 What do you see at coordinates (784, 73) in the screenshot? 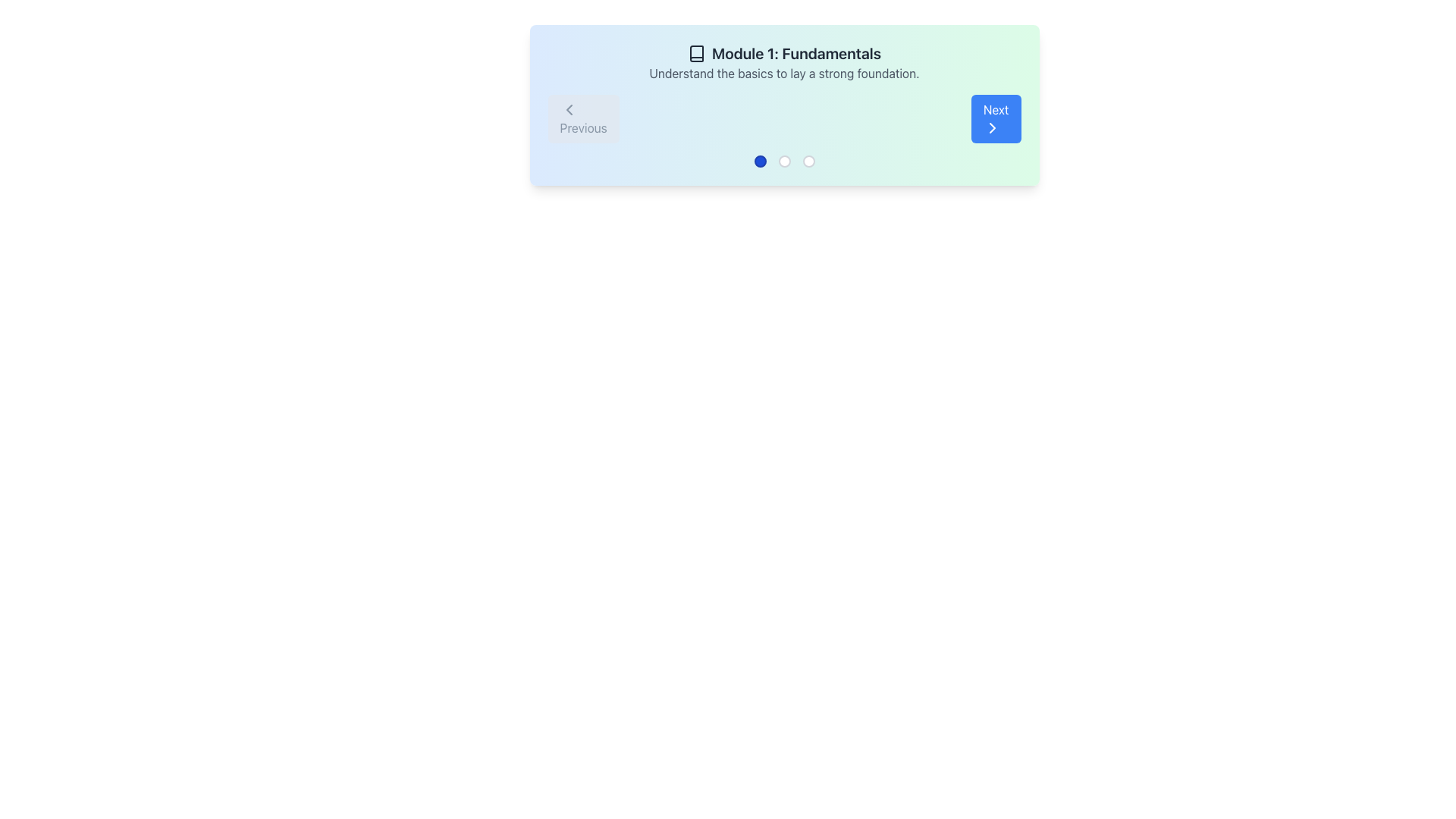
I see `the static text element that reads 'Understand the basics to lay a strong foundation.' which is positioned directly below the header 'Module 1: Fundamentals.'` at bounding box center [784, 73].